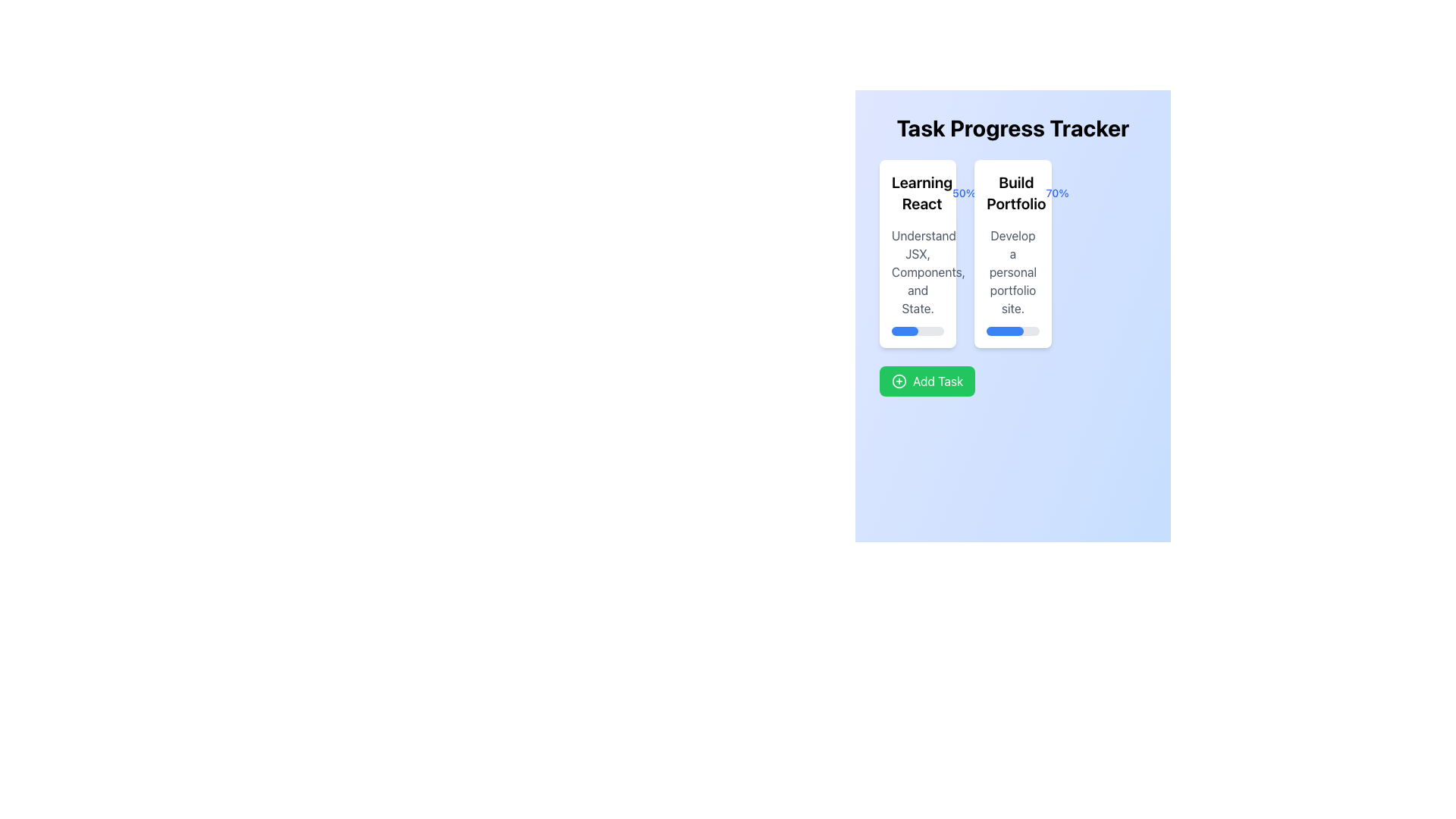 This screenshot has height=819, width=1456. I want to click on the Informational Text Block that serves as a title and progress indicator for the task about 'Learning React', located at the top section of its card, so click(917, 192).